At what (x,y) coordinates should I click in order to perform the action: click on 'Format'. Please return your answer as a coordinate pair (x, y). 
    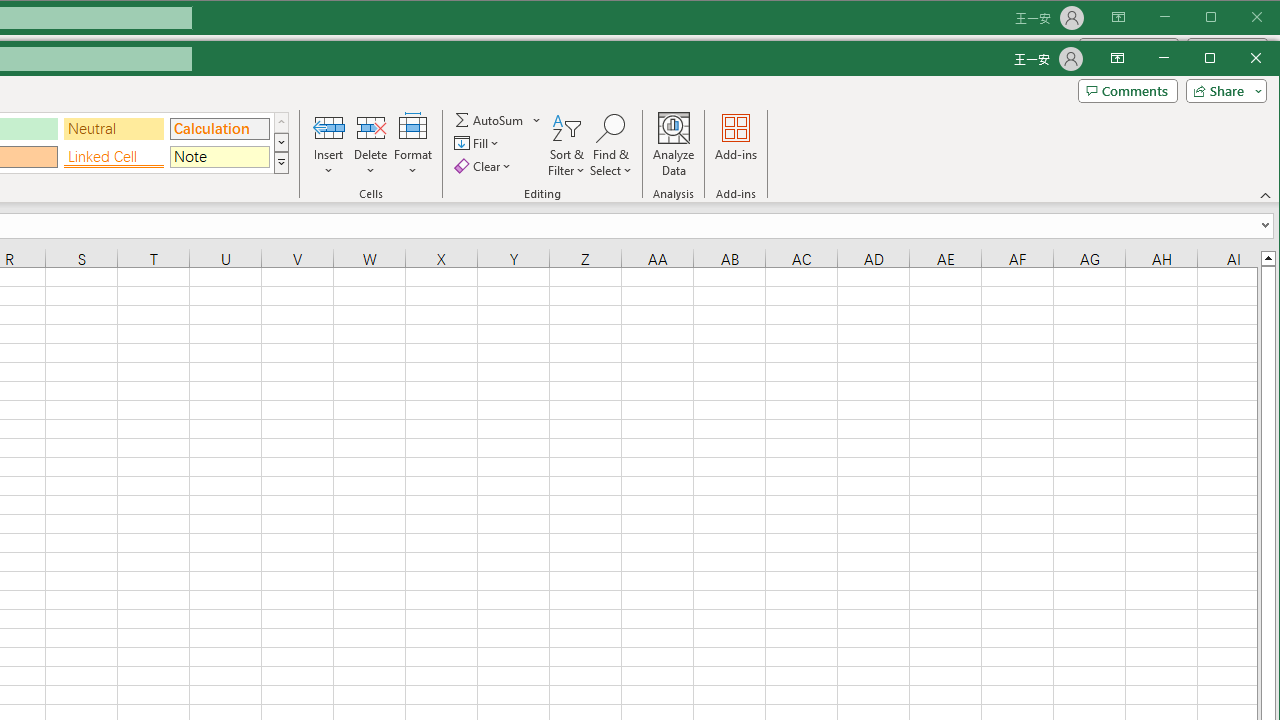
    Looking at the image, I should click on (412, 144).